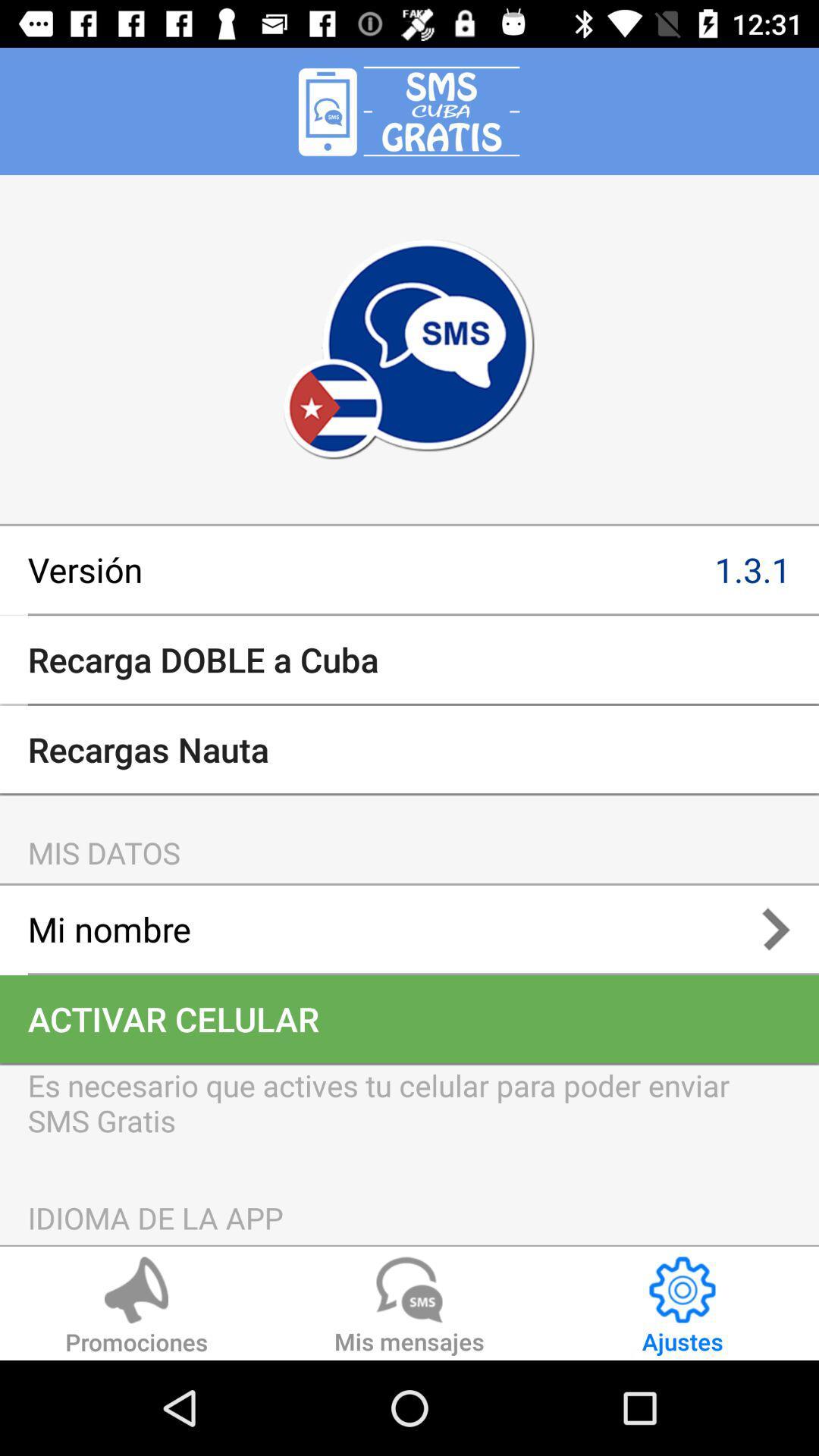  Describe the element at coordinates (409, 1307) in the screenshot. I see `the item next to ajustes icon` at that location.